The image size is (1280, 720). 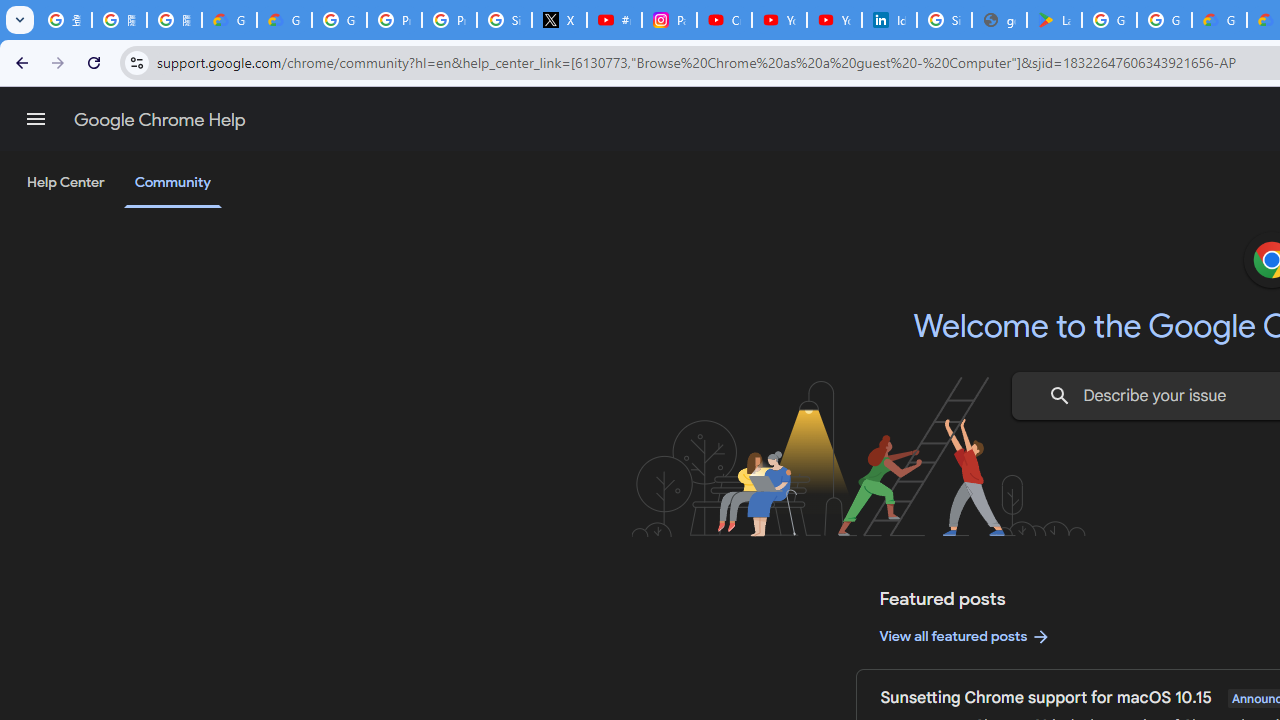 What do you see at coordinates (1164, 20) in the screenshot?
I see `'Google Workspace - Specific Terms'` at bounding box center [1164, 20].